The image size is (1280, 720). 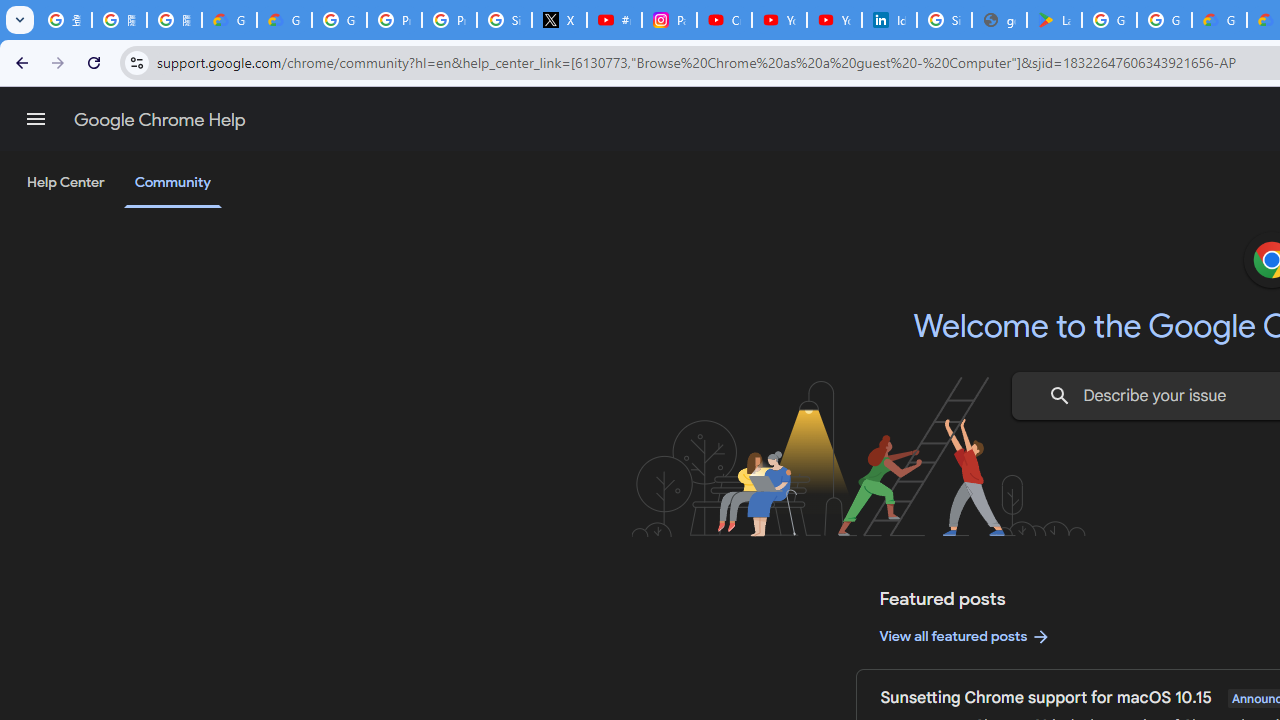 What do you see at coordinates (1164, 20) in the screenshot?
I see `'Google Workspace - Specific Terms'` at bounding box center [1164, 20].